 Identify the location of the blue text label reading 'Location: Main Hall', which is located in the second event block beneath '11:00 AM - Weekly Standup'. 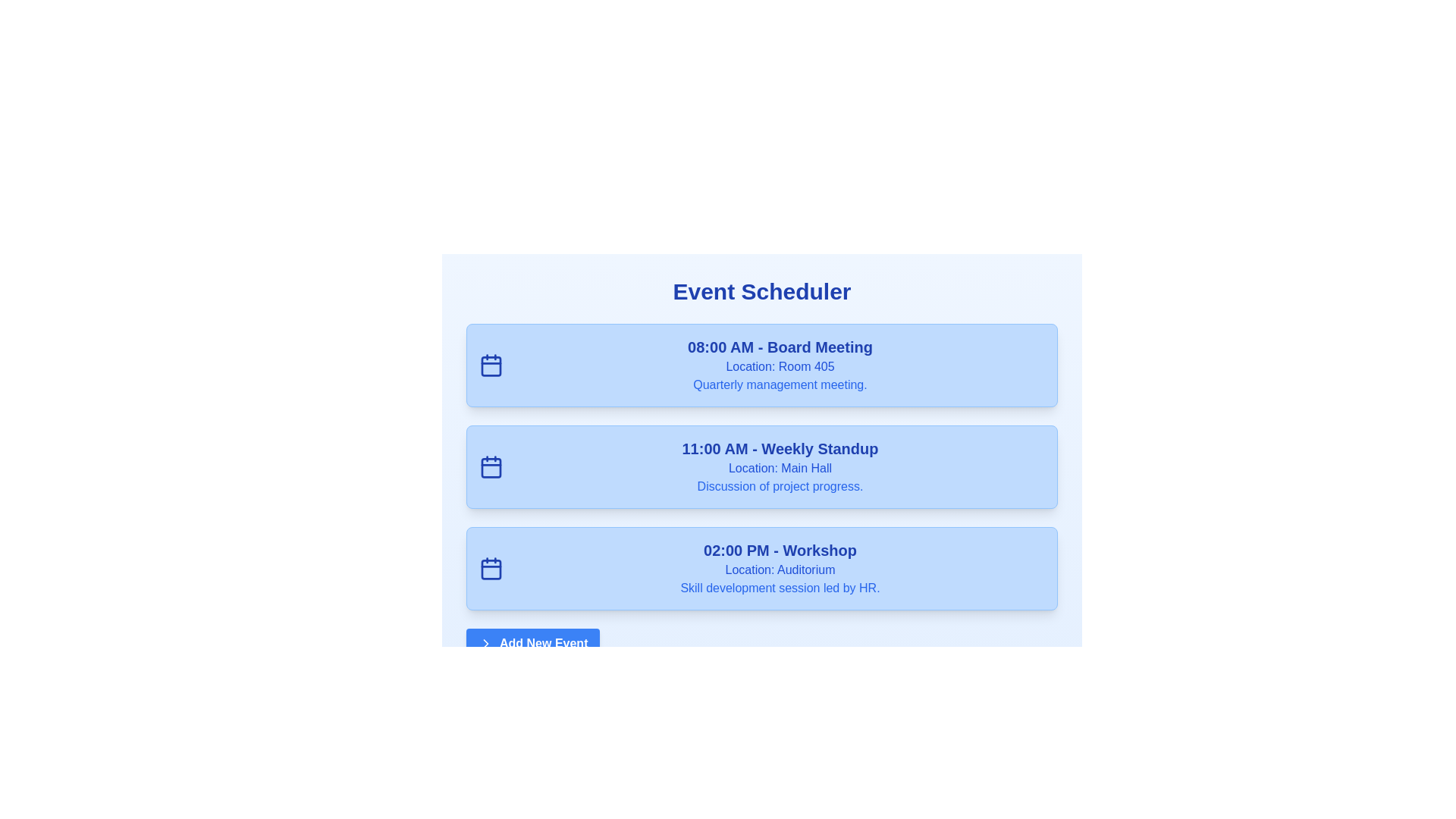
(780, 467).